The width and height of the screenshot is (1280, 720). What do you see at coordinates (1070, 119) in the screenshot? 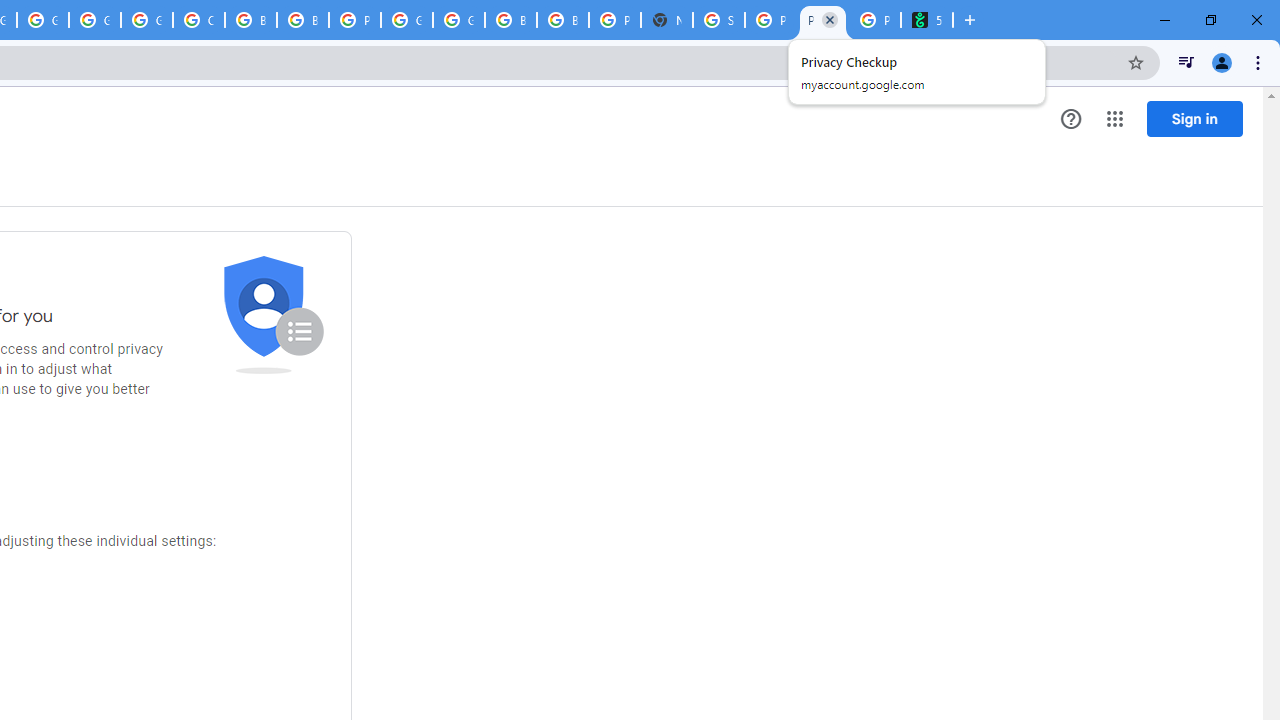
I see `'Help'` at bounding box center [1070, 119].